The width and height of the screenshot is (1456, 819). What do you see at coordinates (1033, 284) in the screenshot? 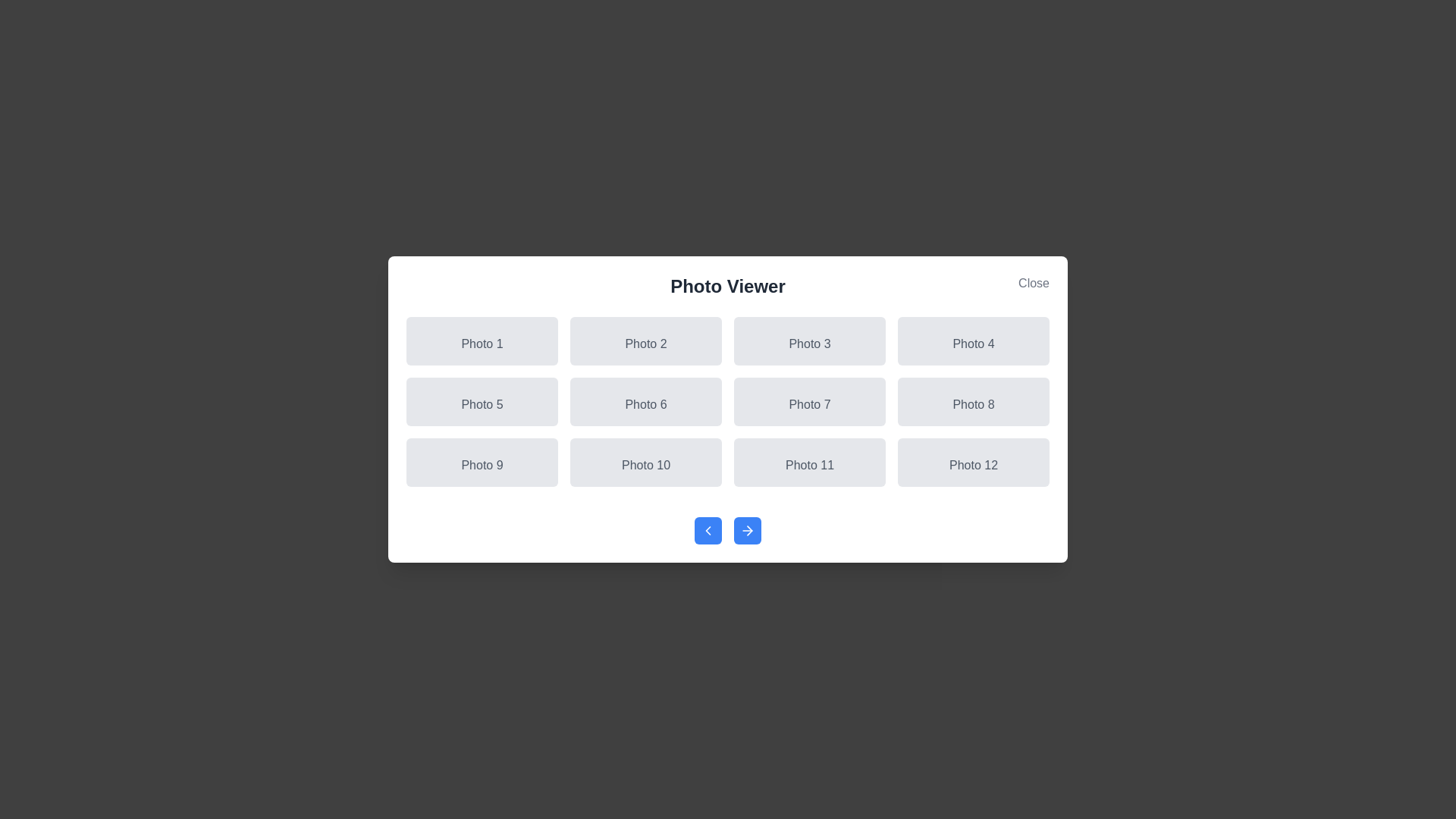
I see `the 'Close' button to close the dialog` at bounding box center [1033, 284].